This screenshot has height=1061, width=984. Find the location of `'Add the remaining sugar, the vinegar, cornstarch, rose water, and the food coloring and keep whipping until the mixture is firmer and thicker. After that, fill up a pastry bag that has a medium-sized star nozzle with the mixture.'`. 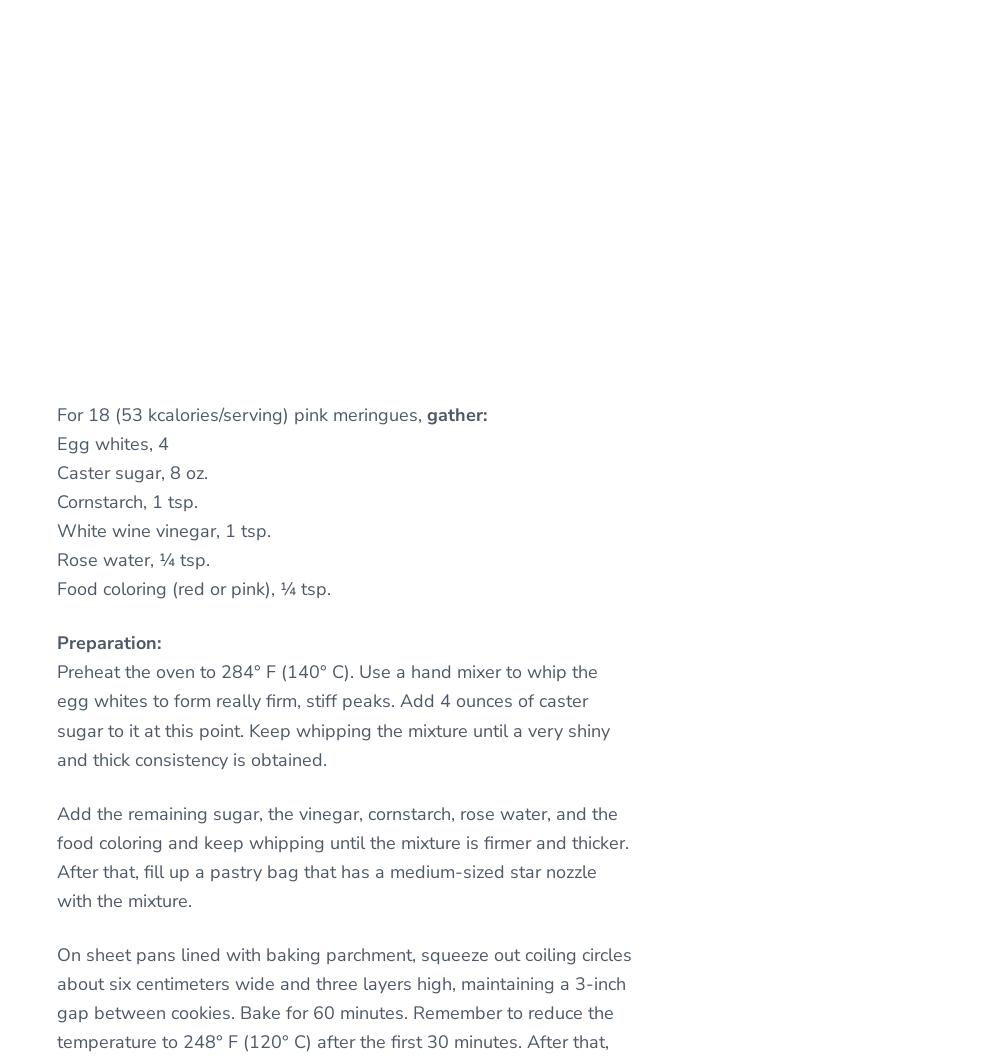

'Add the remaining sugar, the vinegar, cornstarch, rose water, and the food coloring and keep whipping until the mixture is firmer and thicker. After that, fill up a pastry bag that has a medium-sized star nozzle with the mixture.' is located at coordinates (342, 856).